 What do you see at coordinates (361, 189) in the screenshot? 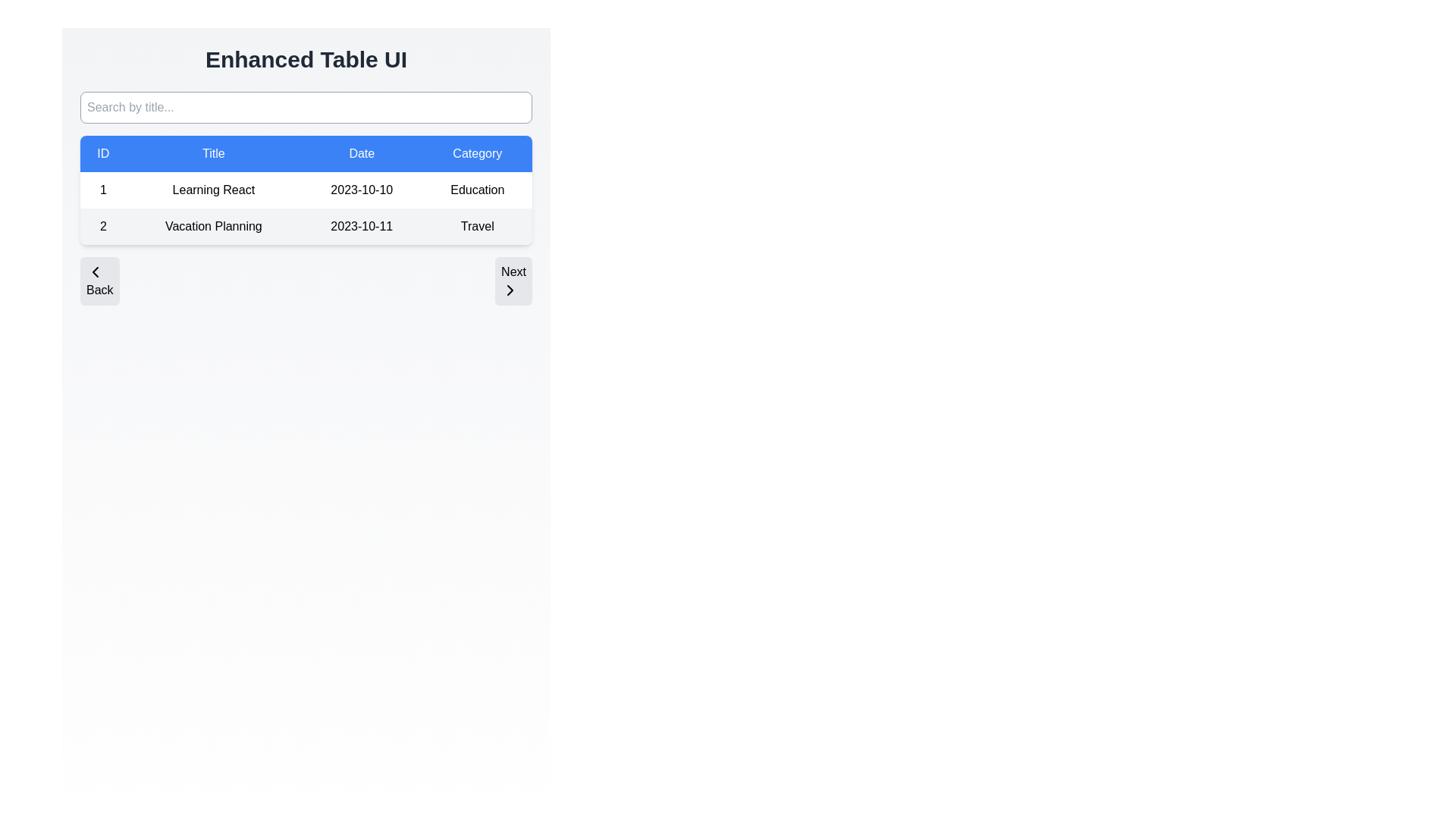
I see `the date entry text label in the first row of the table, located in the third column under the 'Date' header` at bounding box center [361, 189].